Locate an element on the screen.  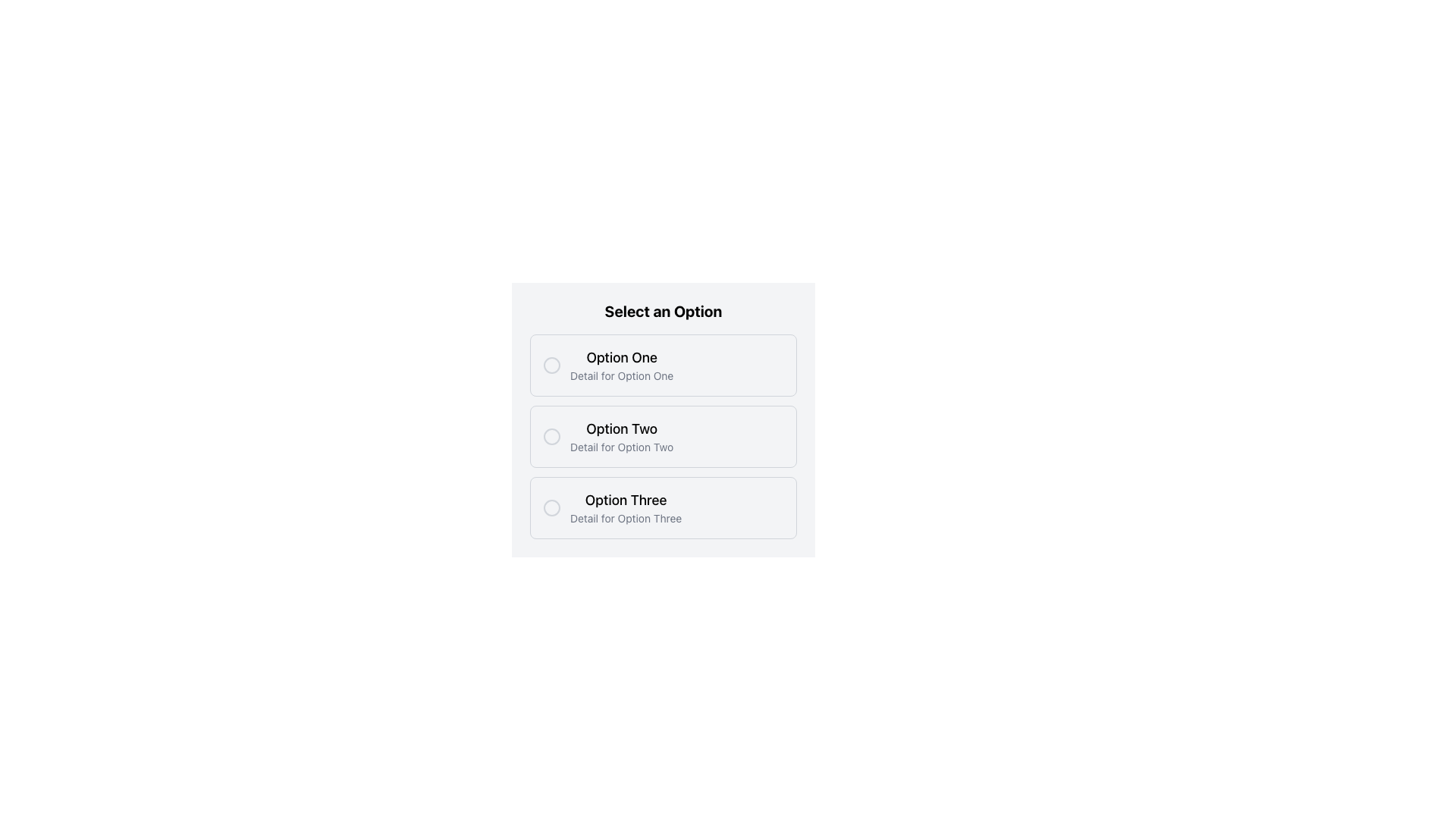
the first selectable option that has a circular outline icon on the left, the text 'Option One' in bold black font, and a smaller text 'Detail for Option One' in gray below it is located at coordinates (663, 366).